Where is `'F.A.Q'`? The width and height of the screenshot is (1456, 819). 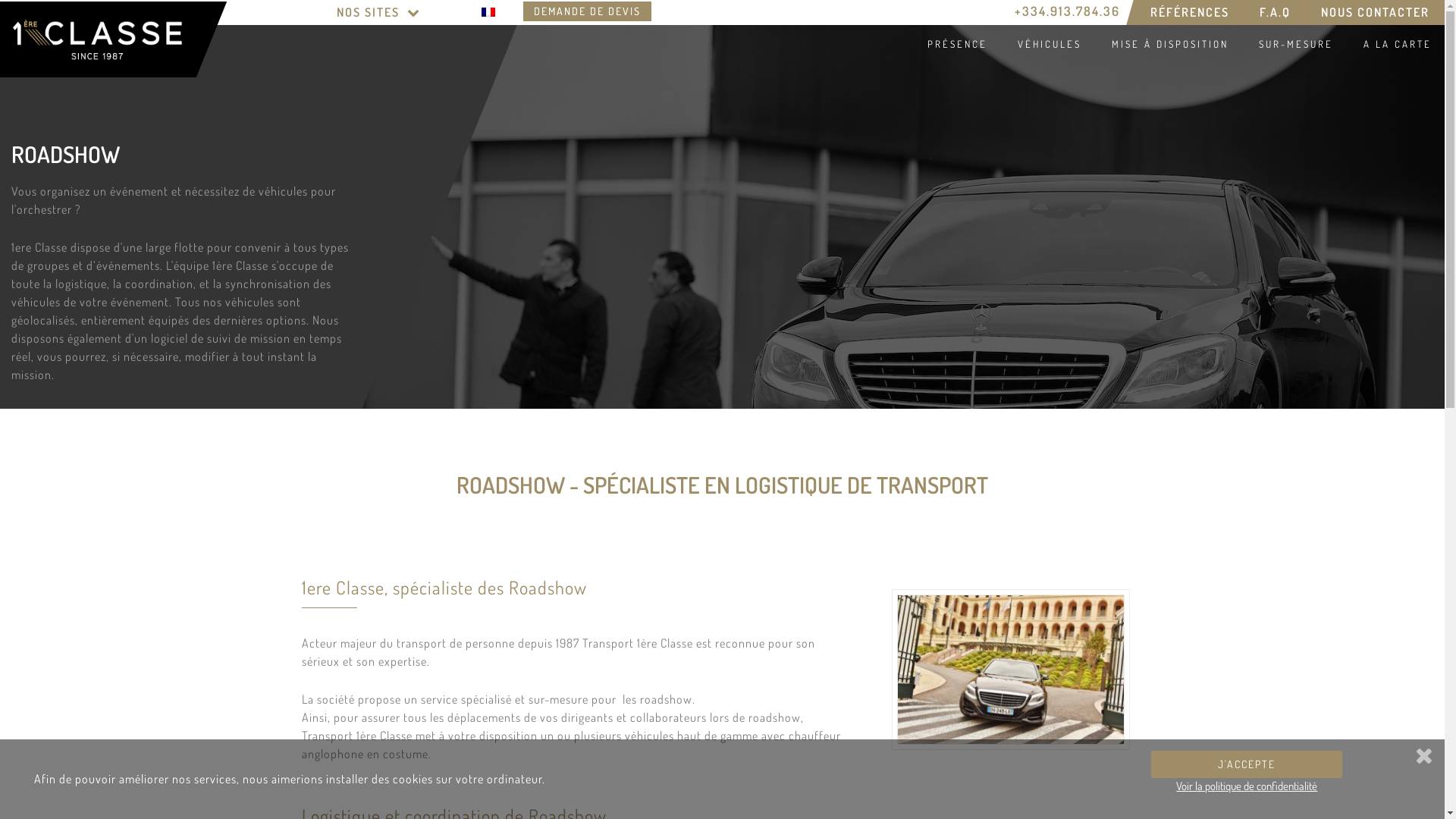 'F.A.Q' is located at coordinates (1274, 12).